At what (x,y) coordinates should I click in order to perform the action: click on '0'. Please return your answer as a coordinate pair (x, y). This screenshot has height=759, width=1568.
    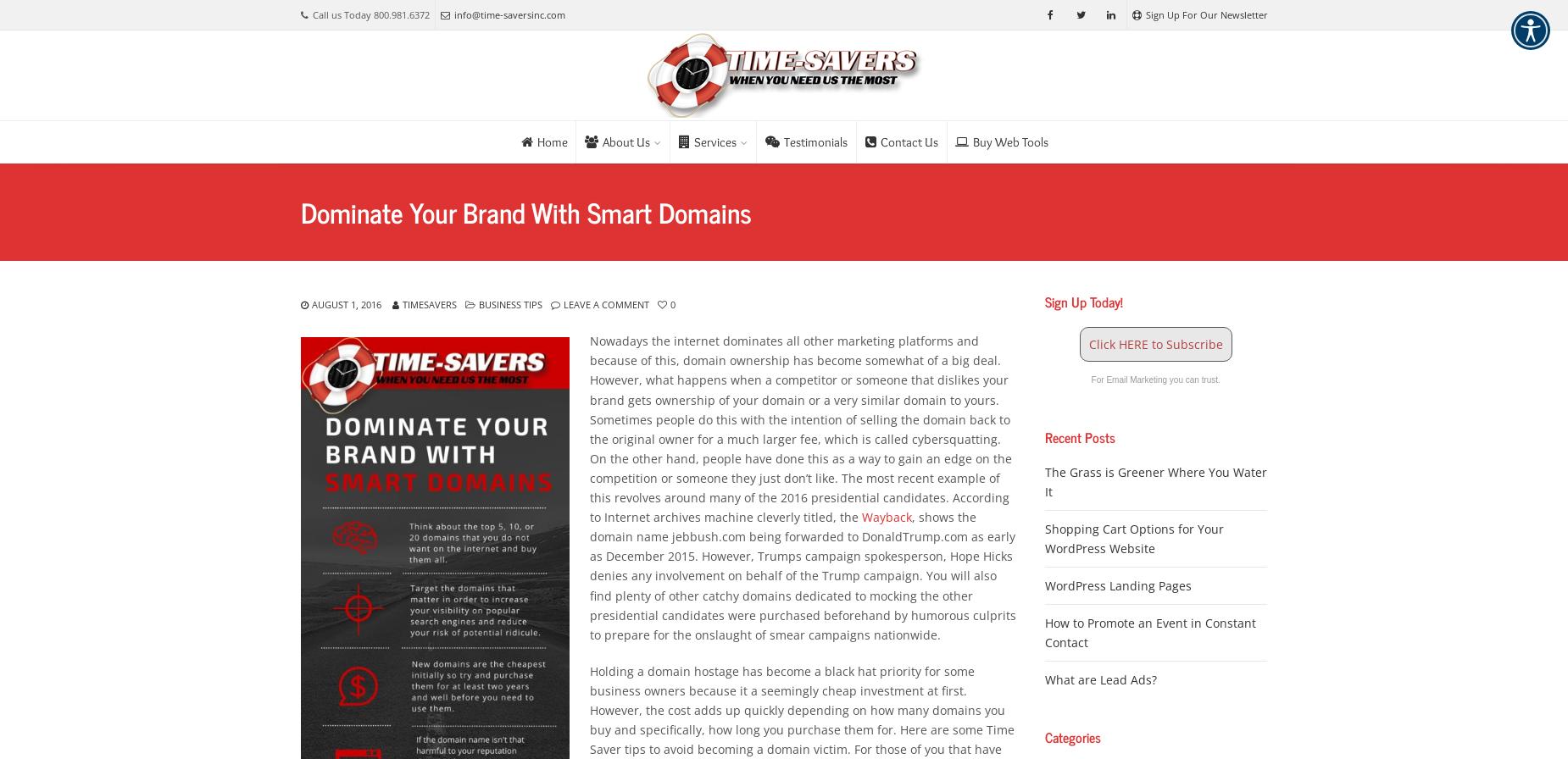
    Looking at the image, I should click on (670, 304).